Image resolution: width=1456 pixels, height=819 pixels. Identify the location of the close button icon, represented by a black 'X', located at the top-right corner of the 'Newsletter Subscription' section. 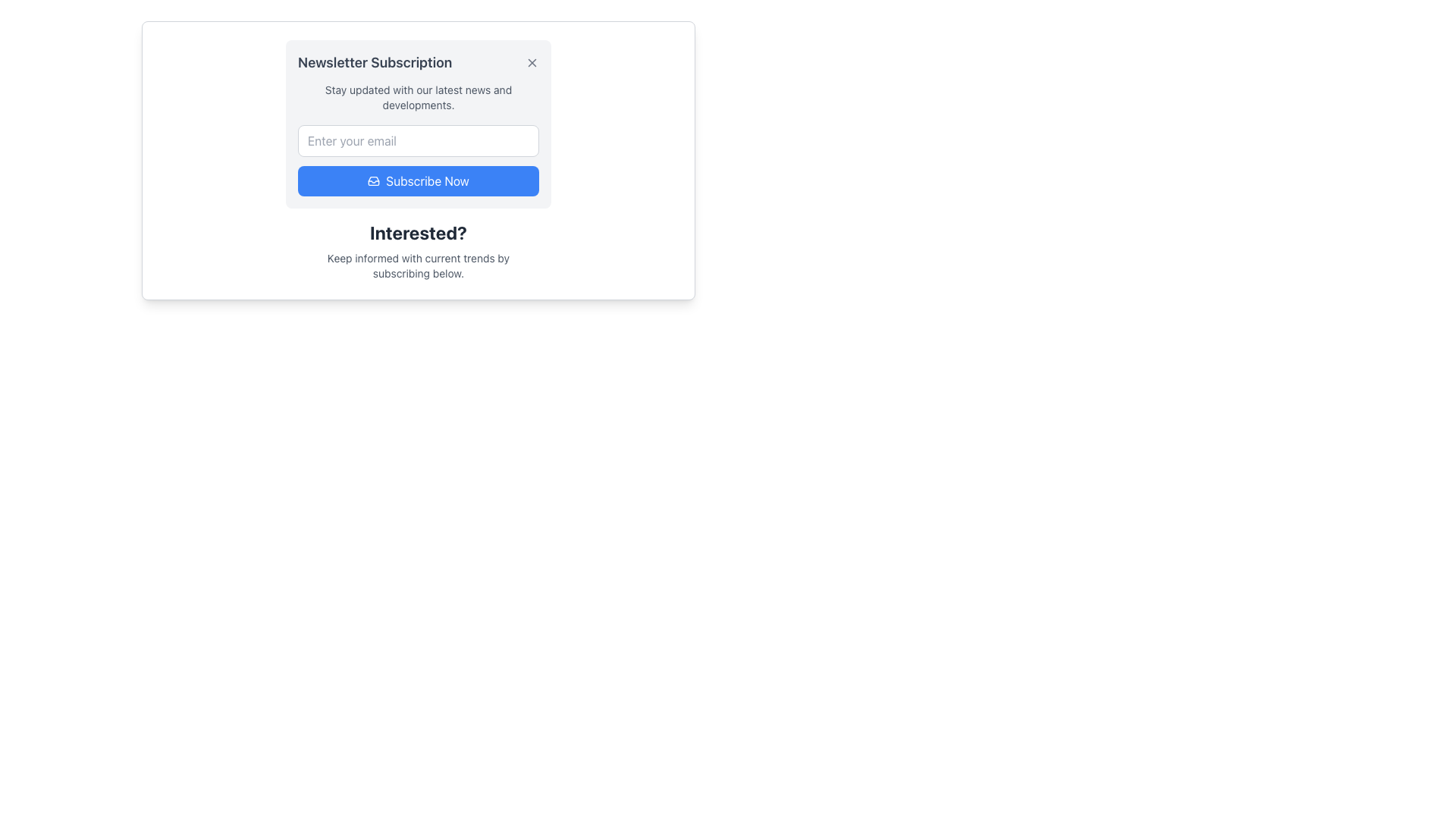
(532, 62).